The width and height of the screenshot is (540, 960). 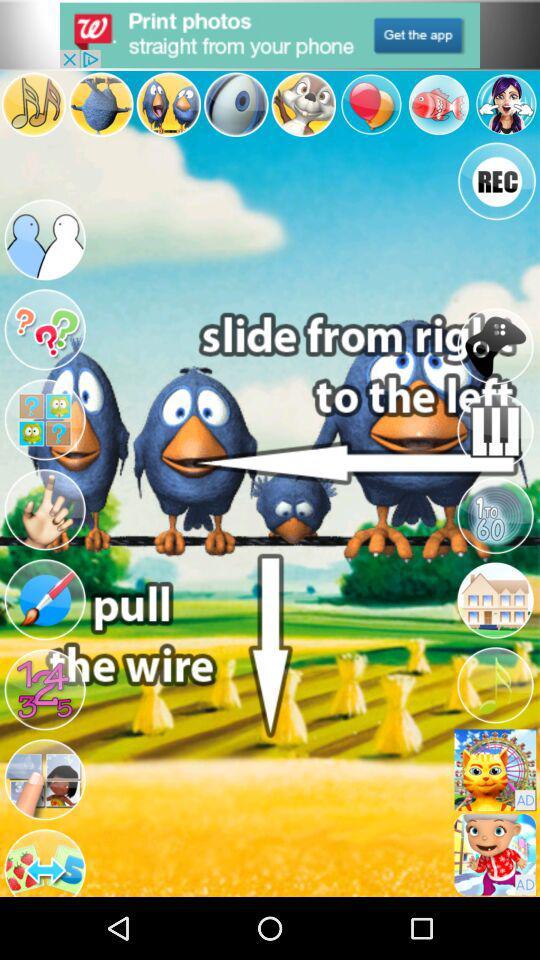 What do you see at coordinates (494, 685) in the screenshot?
I see `the option below house image` at bounding box center [494, 685].